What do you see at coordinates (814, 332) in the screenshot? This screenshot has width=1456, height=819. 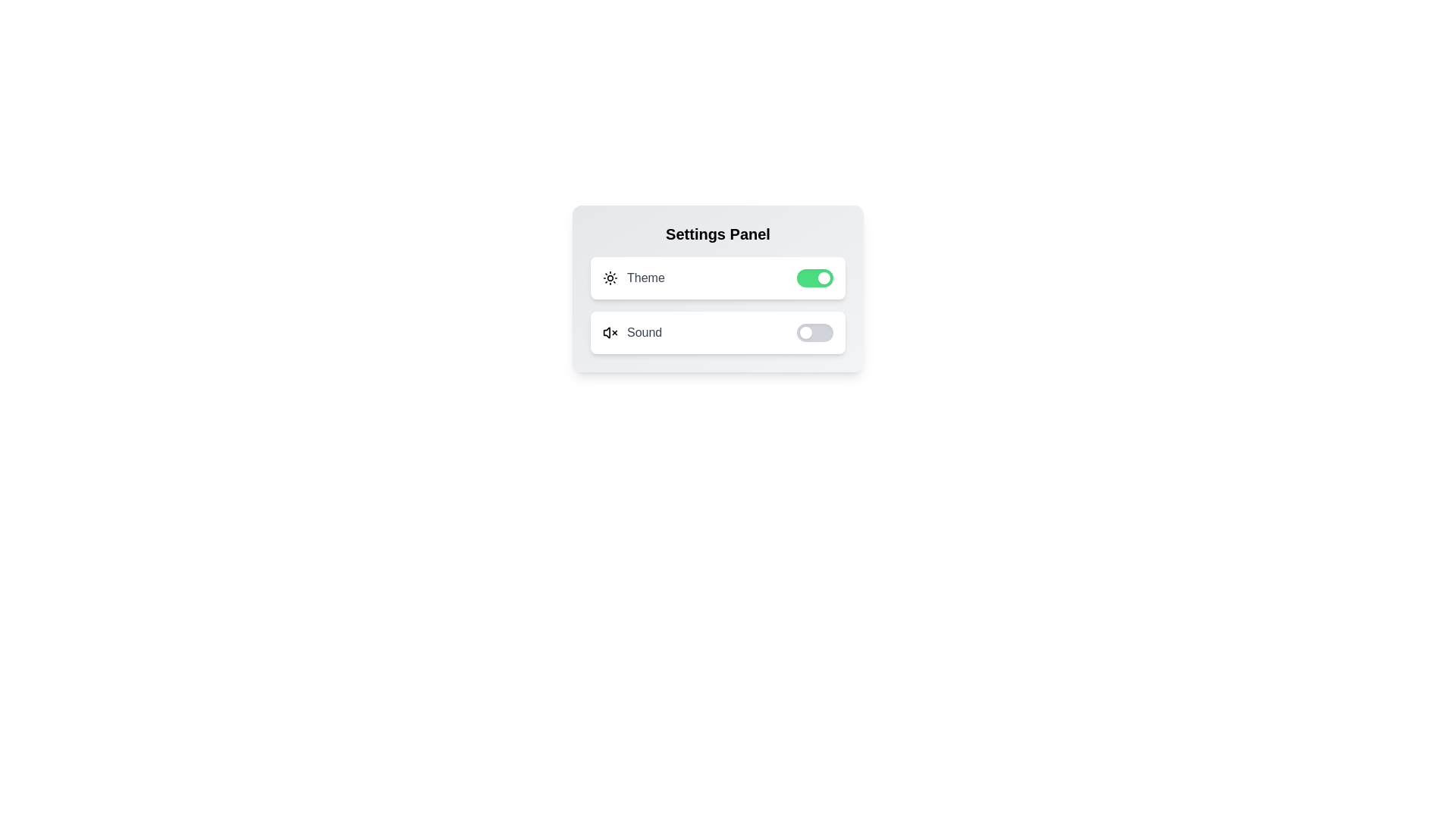 I see `the 'Sound' toggle switch to change its state` at bounding box center [814, 332].